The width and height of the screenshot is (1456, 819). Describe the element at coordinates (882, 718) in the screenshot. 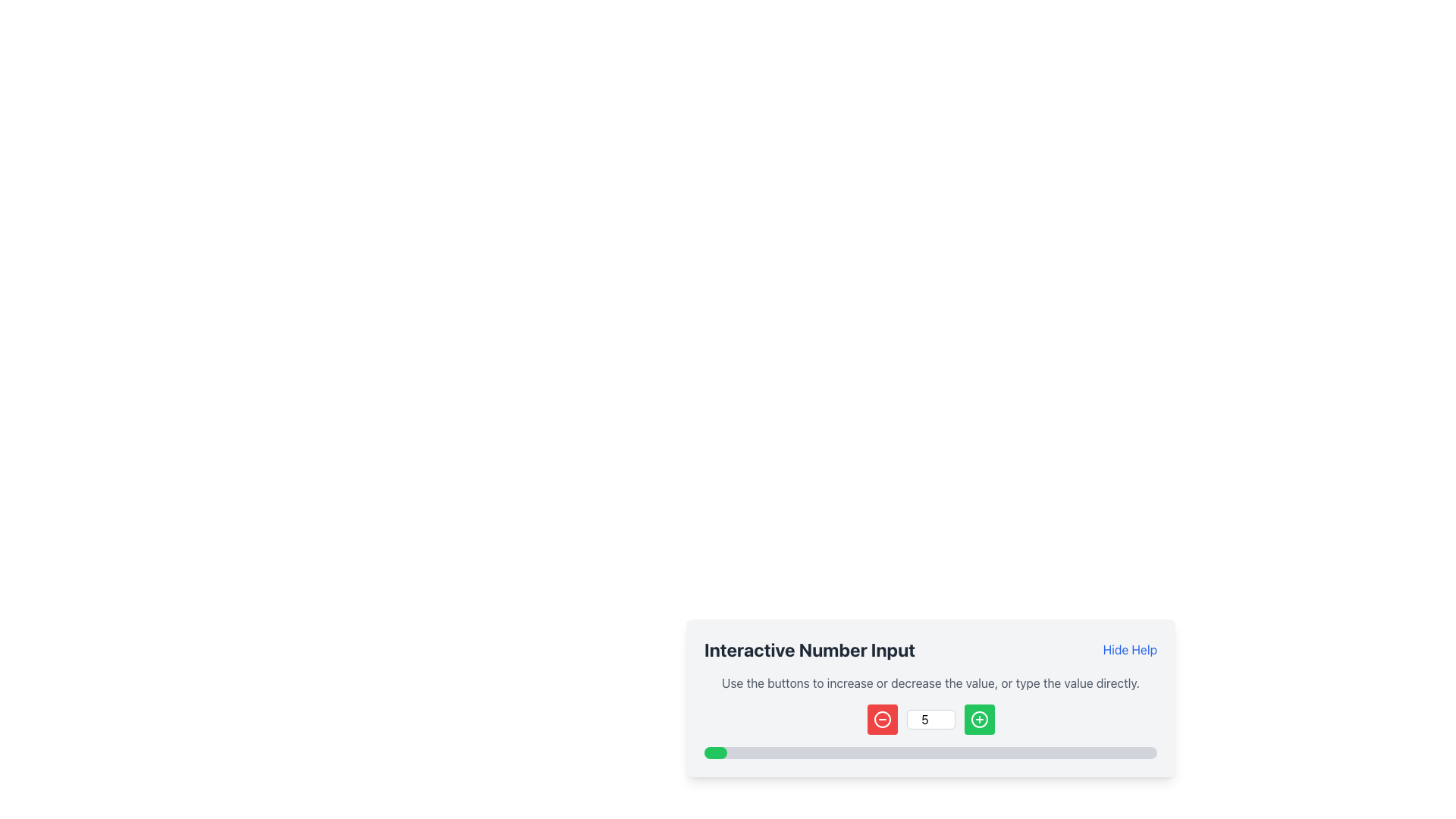

I see `the red decrement icon located to the left of the numeric input field to decrement the numeric value` at that location.